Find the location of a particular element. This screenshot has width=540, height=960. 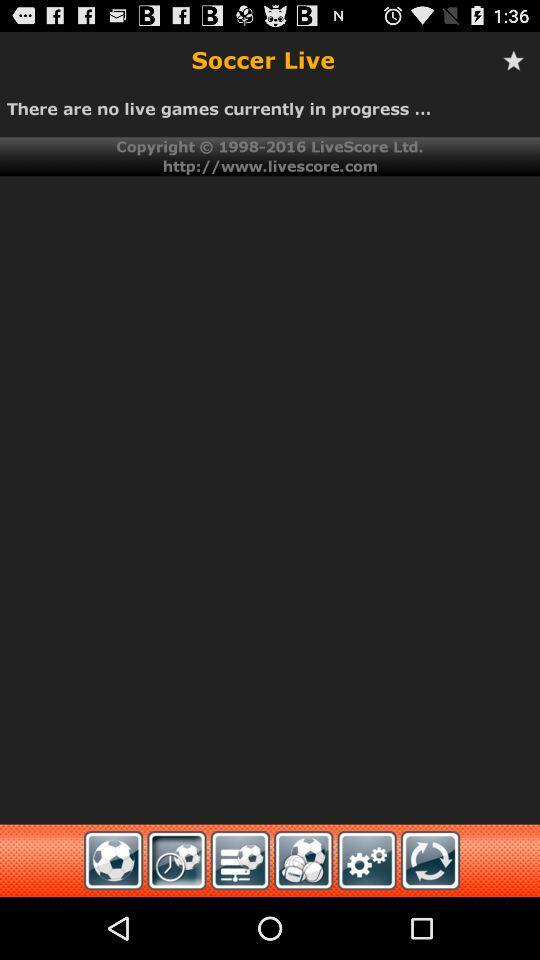

fourth icon at bottom of page is located at coordinates (302, 859).